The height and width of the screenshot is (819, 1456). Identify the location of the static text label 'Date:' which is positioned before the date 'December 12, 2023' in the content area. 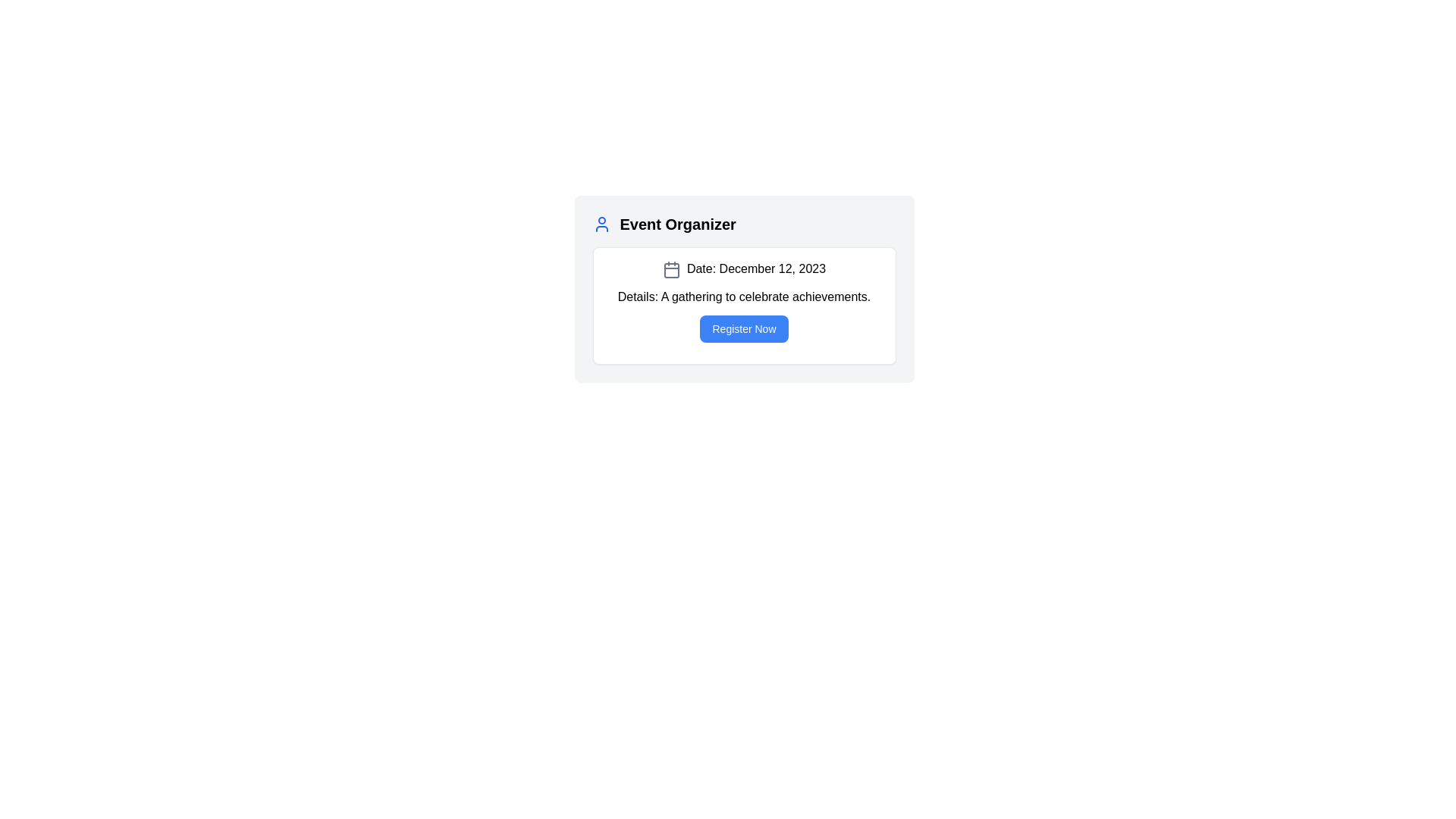
(701, 268).